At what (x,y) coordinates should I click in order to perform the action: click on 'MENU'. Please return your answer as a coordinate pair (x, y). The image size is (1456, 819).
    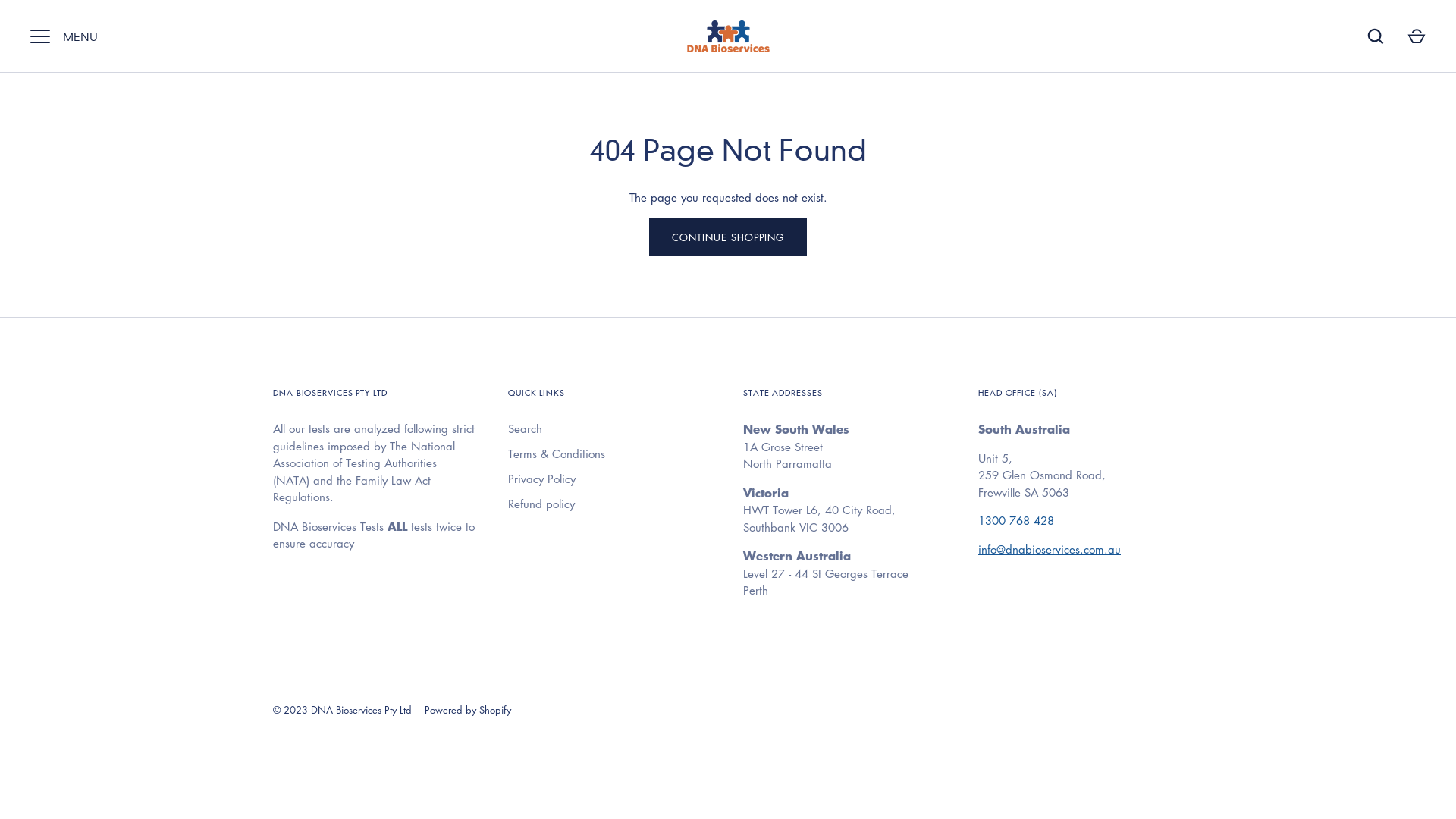
    Looking at the image, I should click on (39, 35).